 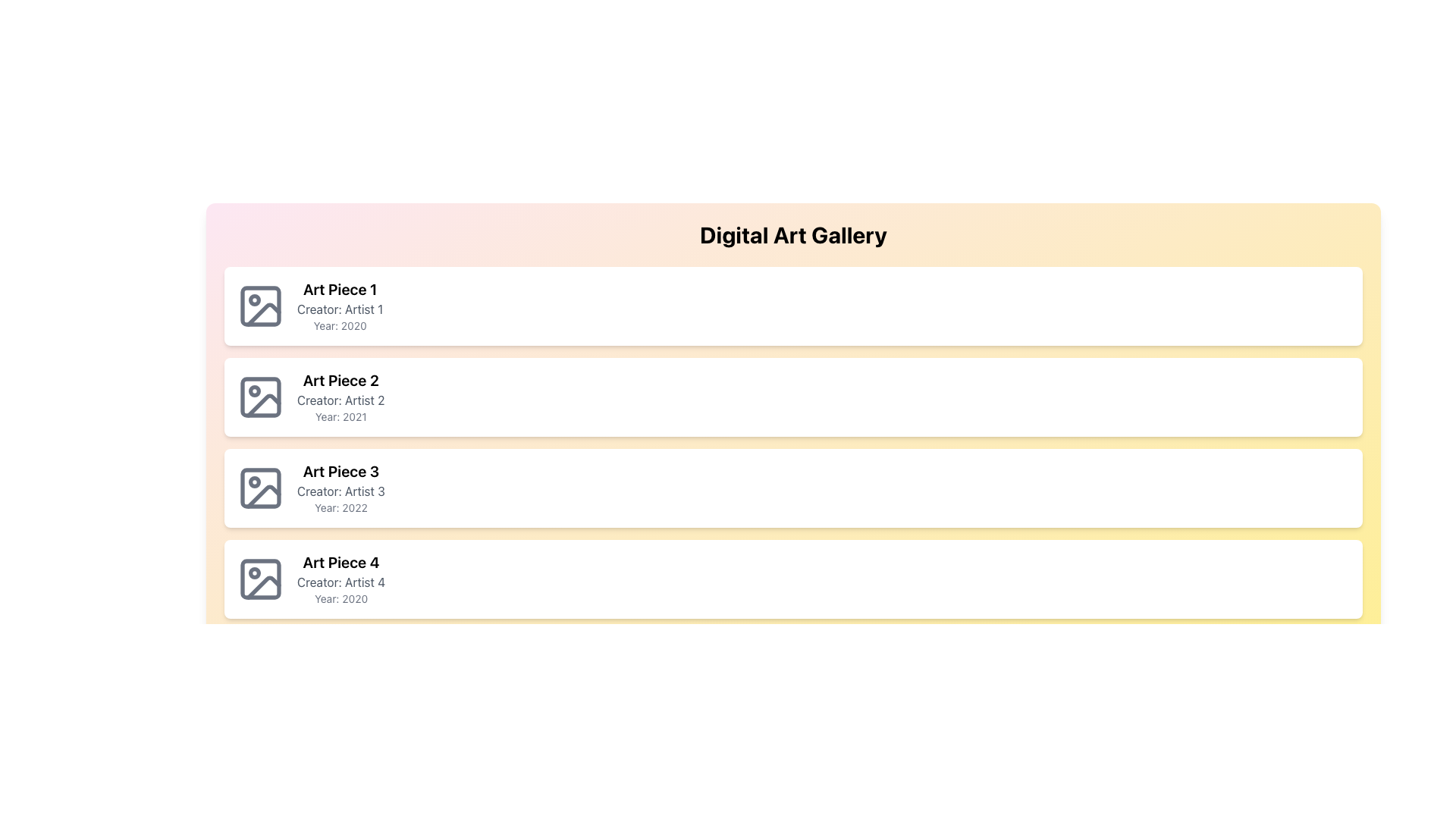 What do you see at coordinates (261, 306) in the screenshot?
I see `the decorative inner rectangle of the image icon in the 'Art Piece 1' section, located at the top-left corner next to the text 'Art Piece 1'` at bounding box center [261, 306].